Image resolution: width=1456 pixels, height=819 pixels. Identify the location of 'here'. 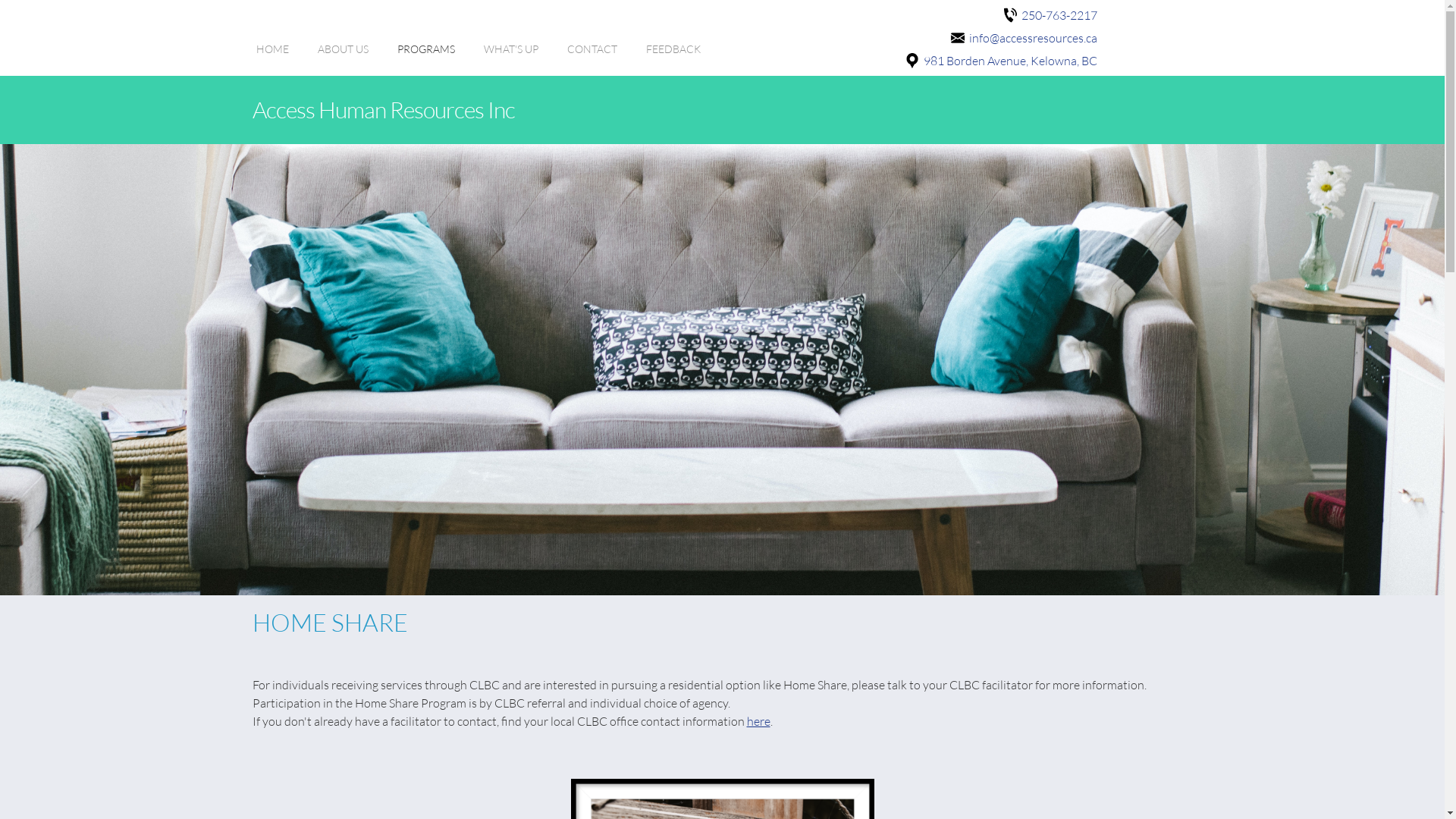
(758, 720).